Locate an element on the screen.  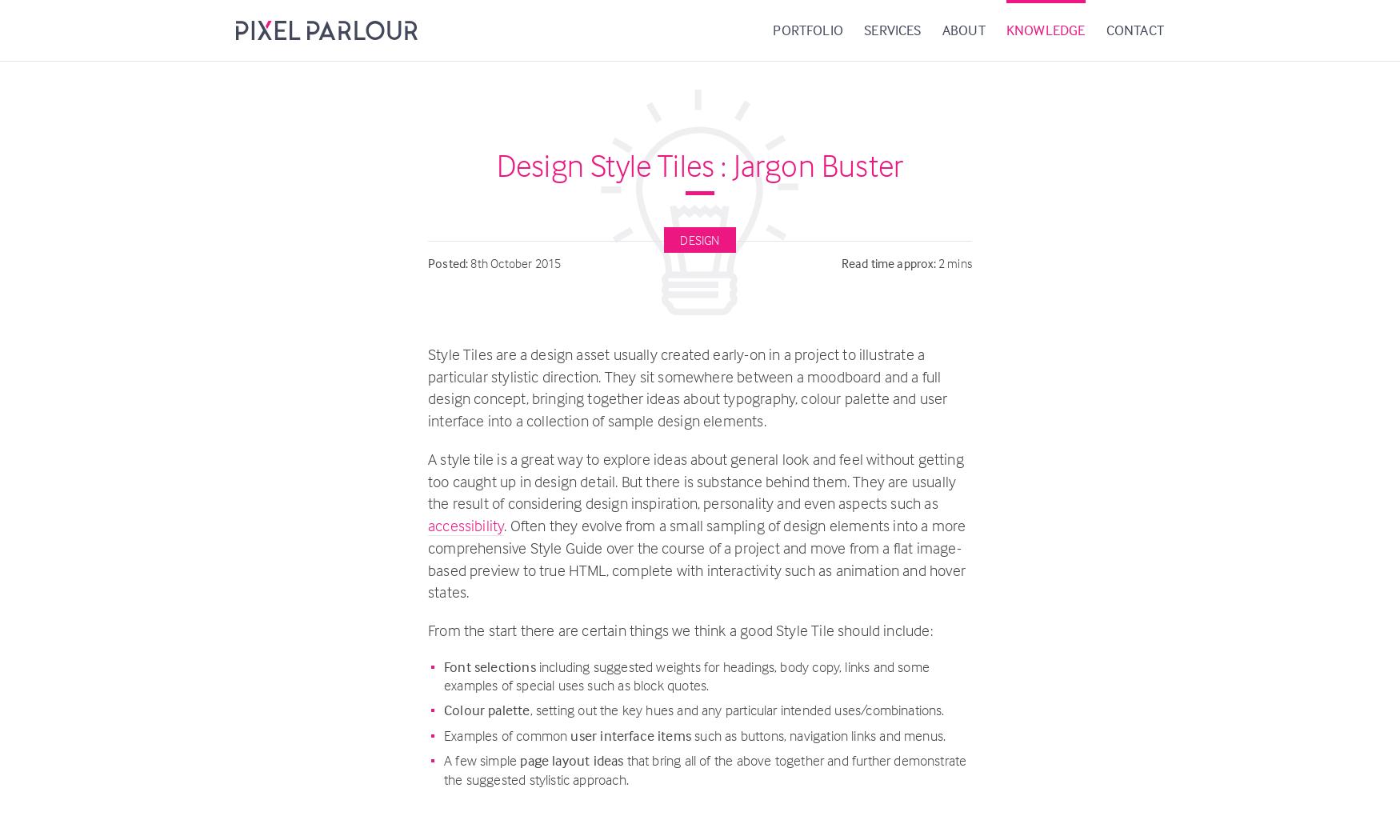
'Services' is located at coordinates (863, 30).